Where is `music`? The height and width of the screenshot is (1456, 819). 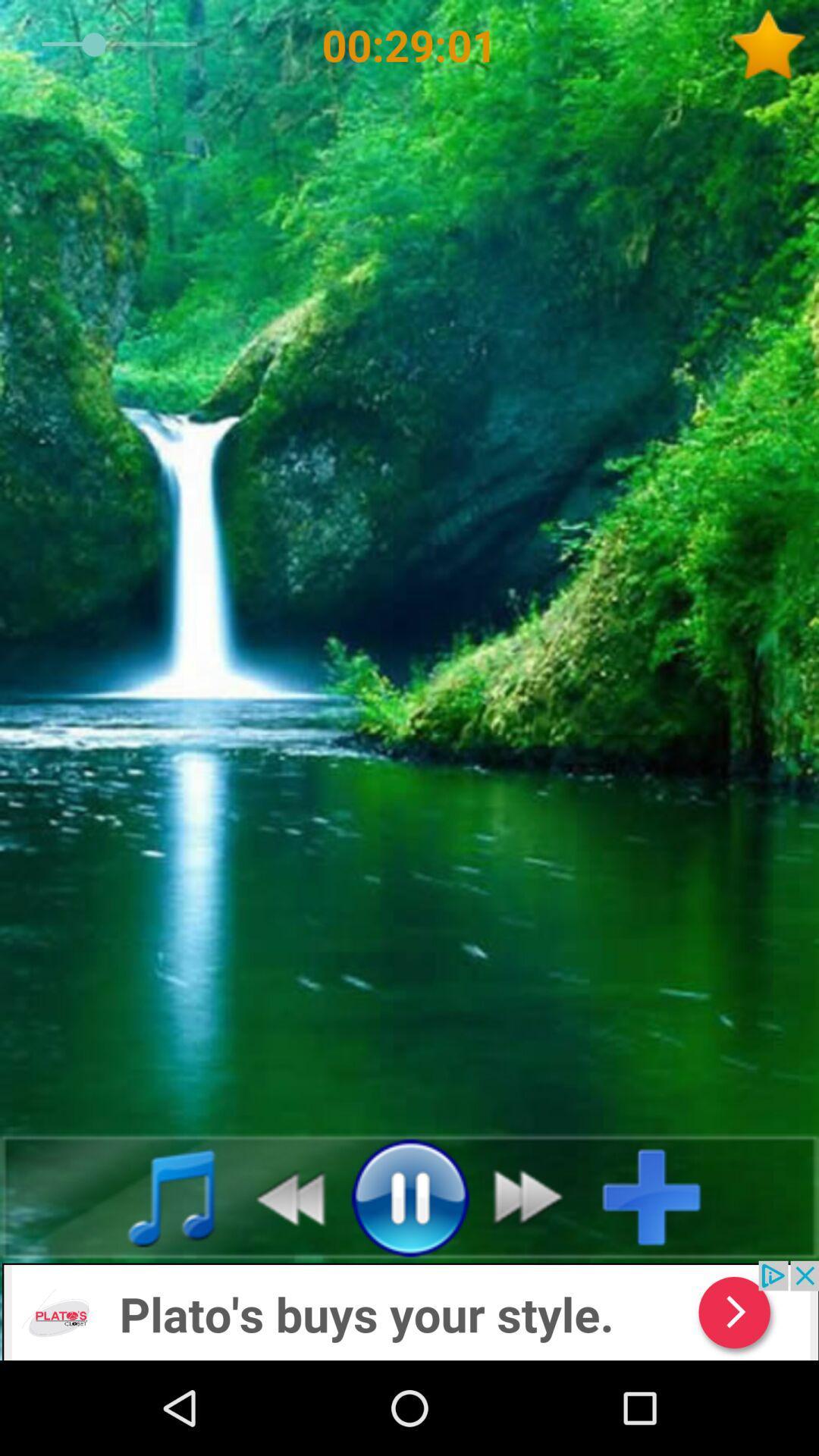 music is located at coordinates (663, 1196).